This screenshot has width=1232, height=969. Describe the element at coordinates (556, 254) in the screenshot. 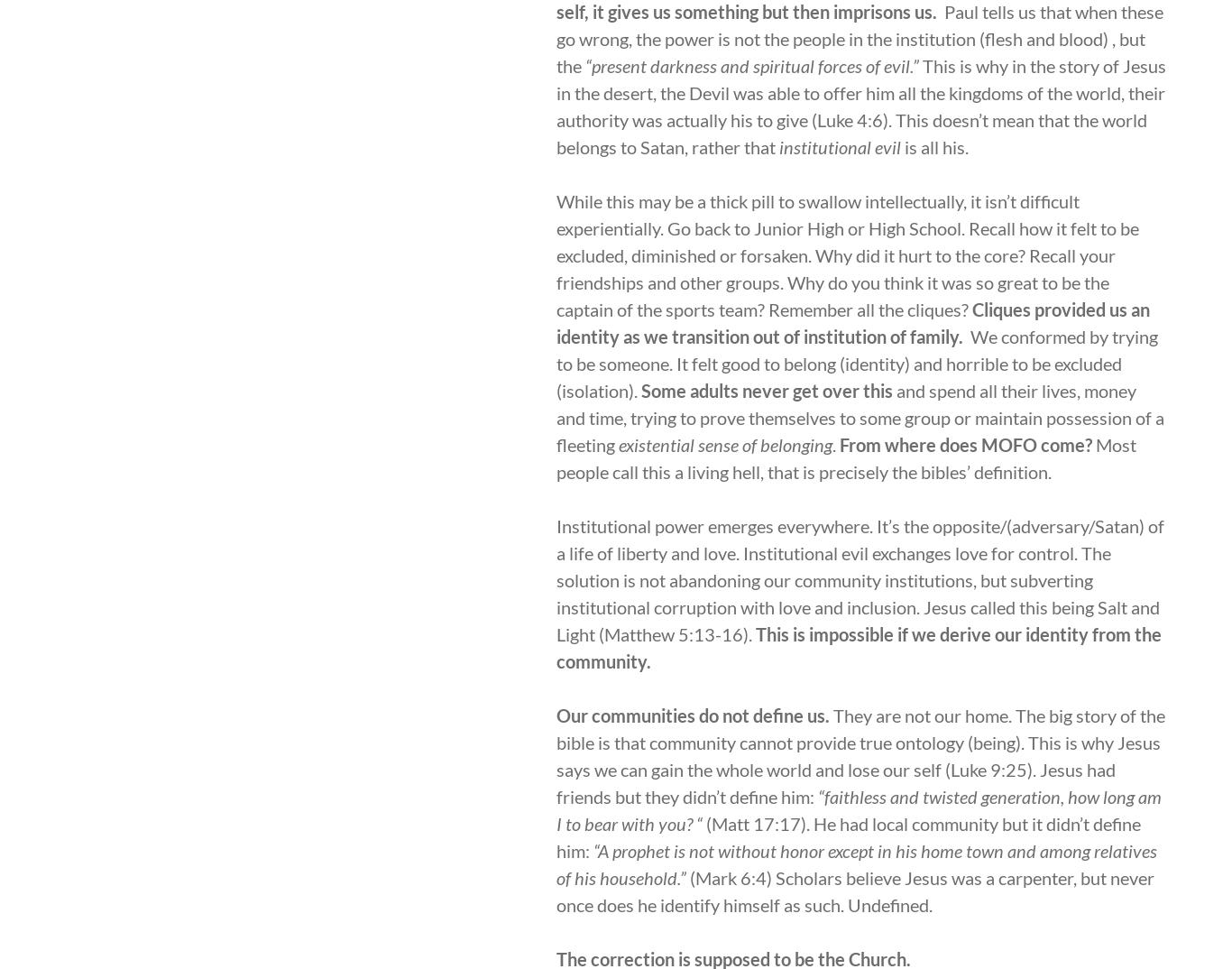

I see `'While this may be a thick pill to swallow intellectually, it isn’t difficult experientially. Go back to Junior High or High School. Recall how it felt to be excluded, diminished or forsaken. Why did it hurt to the core? Recall your friendships and other groups. Why do you think it was so great to be the captain of the sports team? Remember all the cliques?'` at that location.